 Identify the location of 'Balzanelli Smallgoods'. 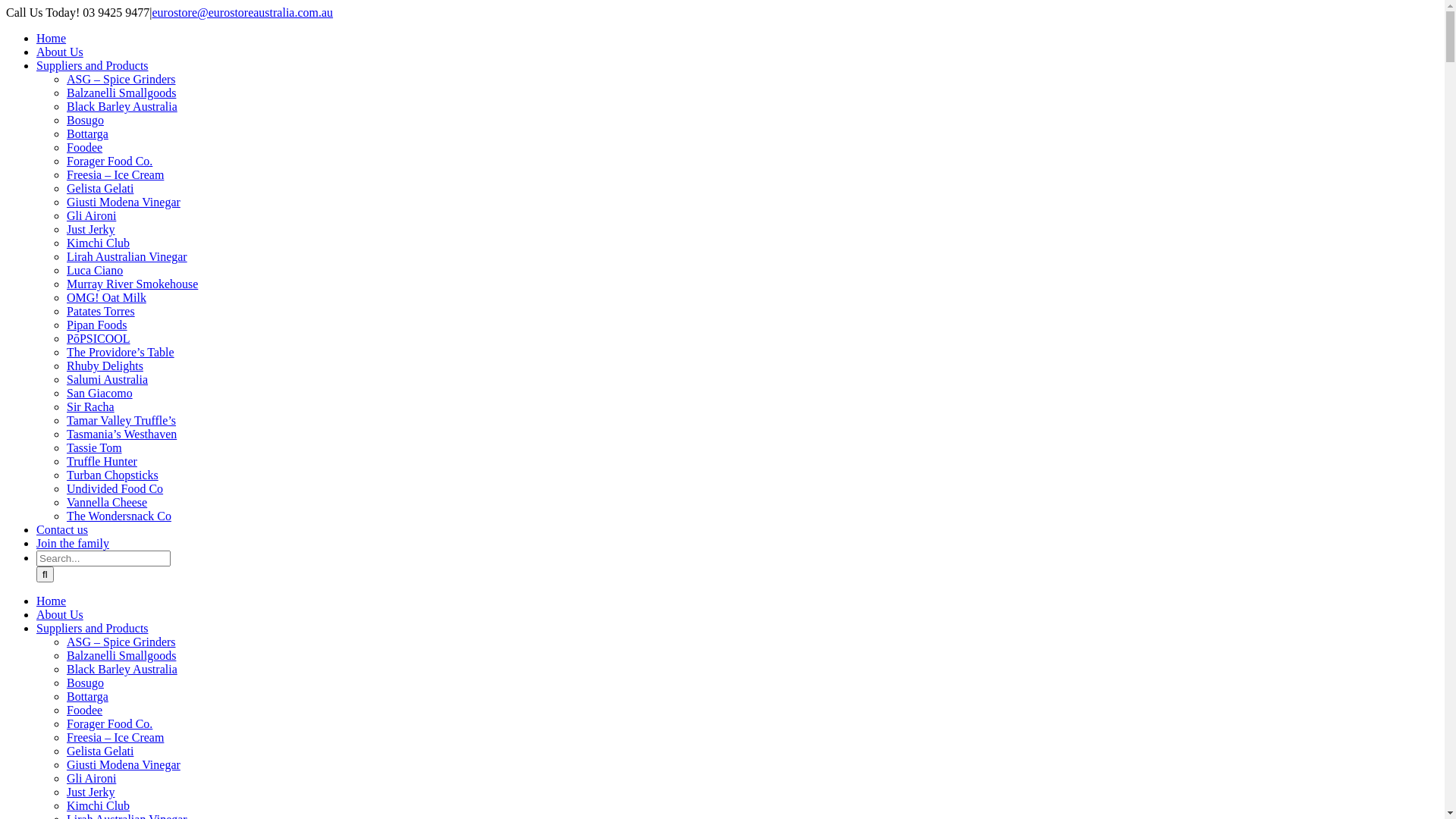
(120, 654).